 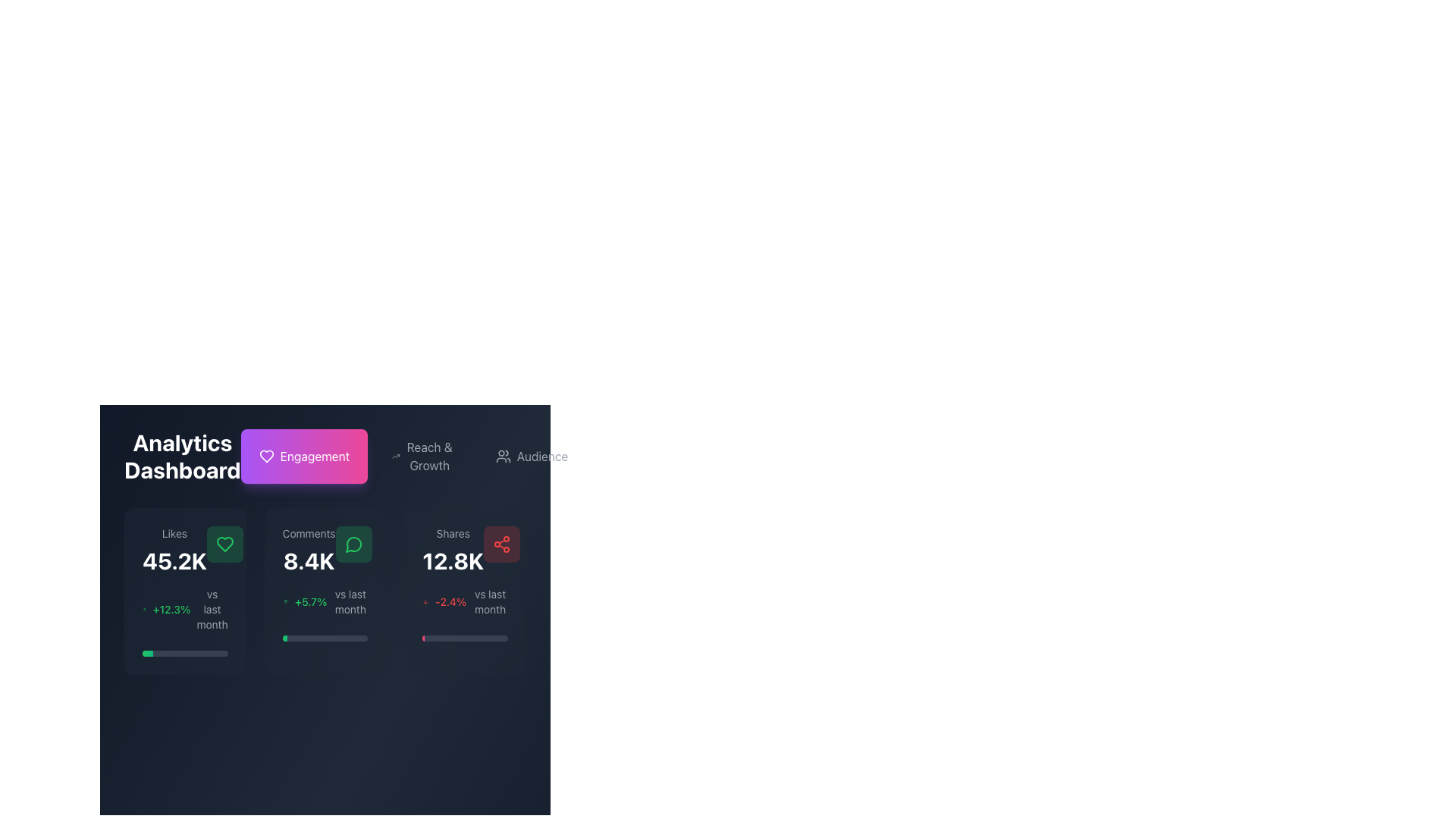 What do you see at coordinates (324, 601) in the screenshot?
I see `the statistical indicator showing '+5.7%' in bold green text with an upwards arrow, located in the 'Comments' section of the analytics dashboard for information retrieval` at bounding box center [324, 601].